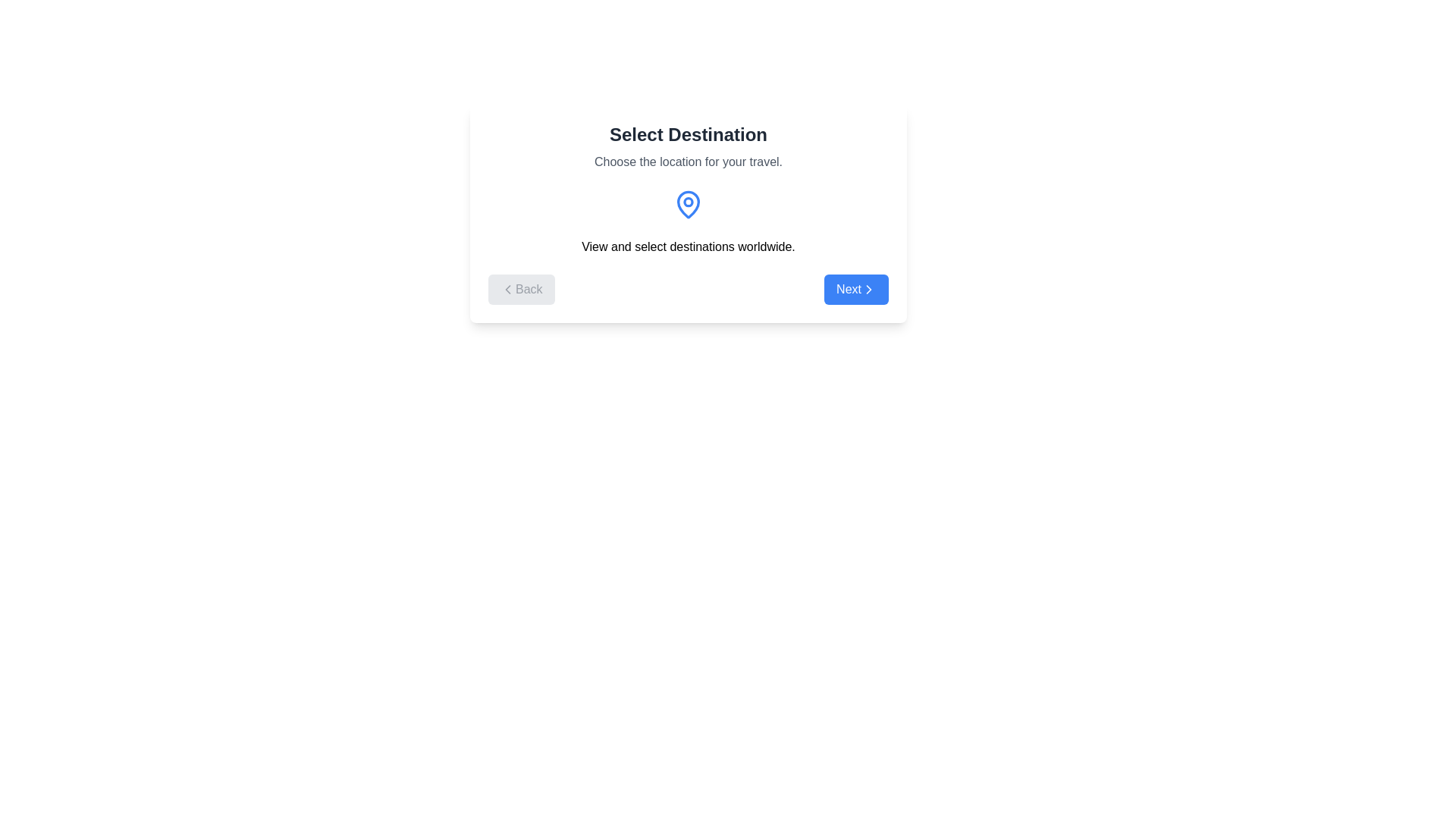  Describe the element at coordinates (687, 246) in the screenshot. I see `the text element that reads 'View and select destinations worldwide.' which is displayed in a sans-serif font and is centered below a map pin icon` at that location.